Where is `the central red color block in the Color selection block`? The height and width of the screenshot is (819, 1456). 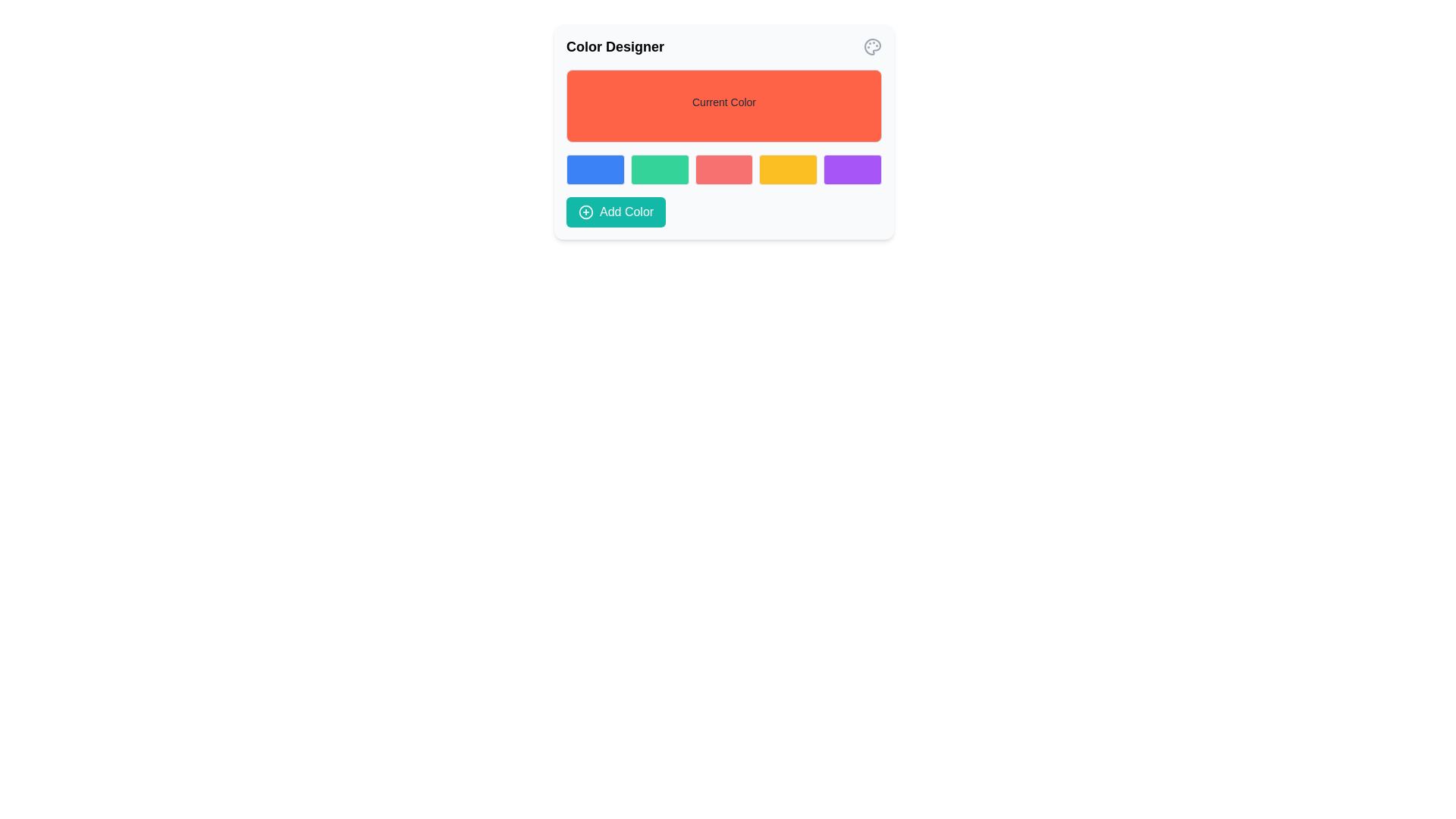 the central red color block in the Color selection block is located at coordinates (723, 169).